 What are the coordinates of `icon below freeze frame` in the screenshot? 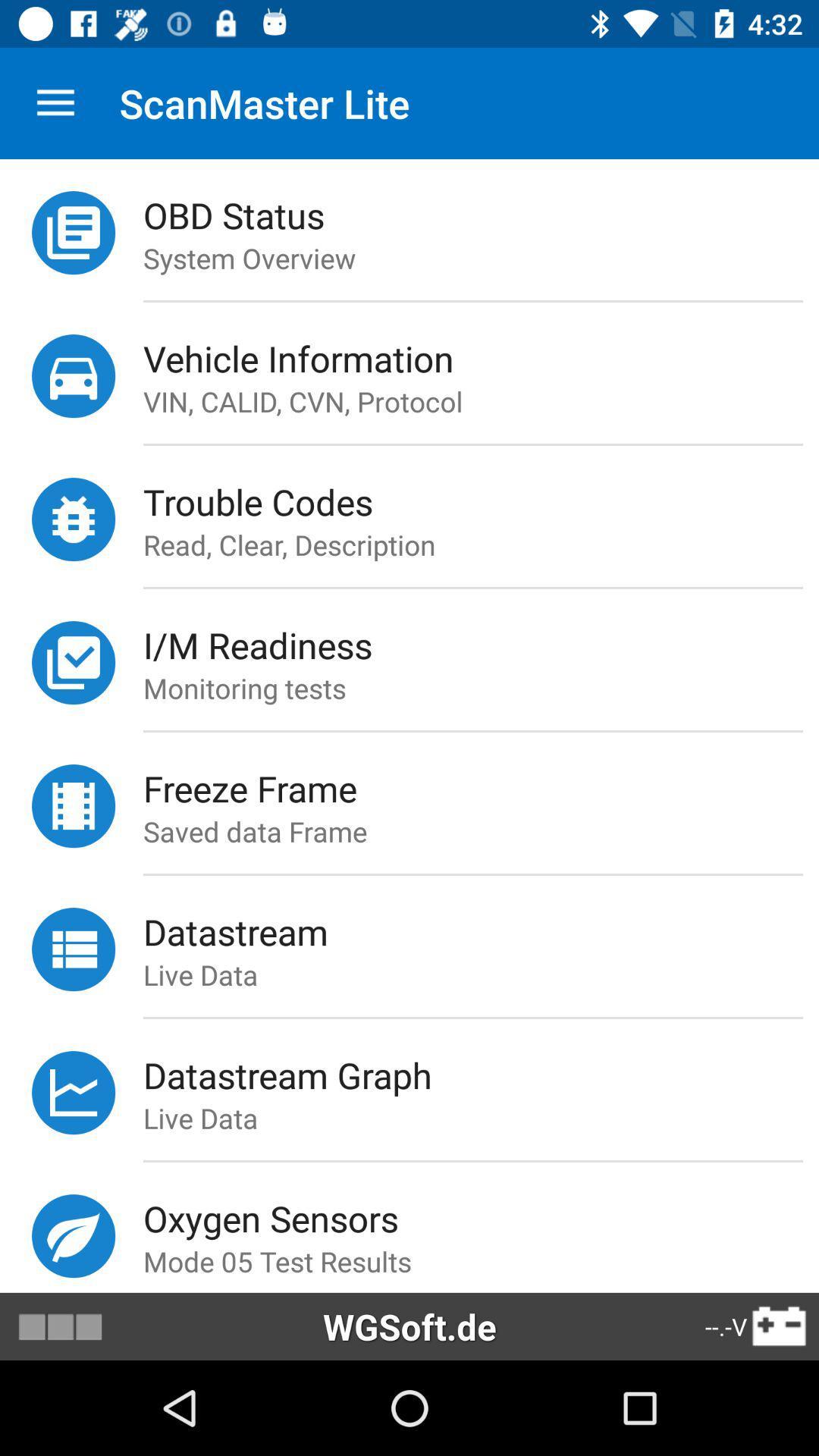 It's located at (481, 830).